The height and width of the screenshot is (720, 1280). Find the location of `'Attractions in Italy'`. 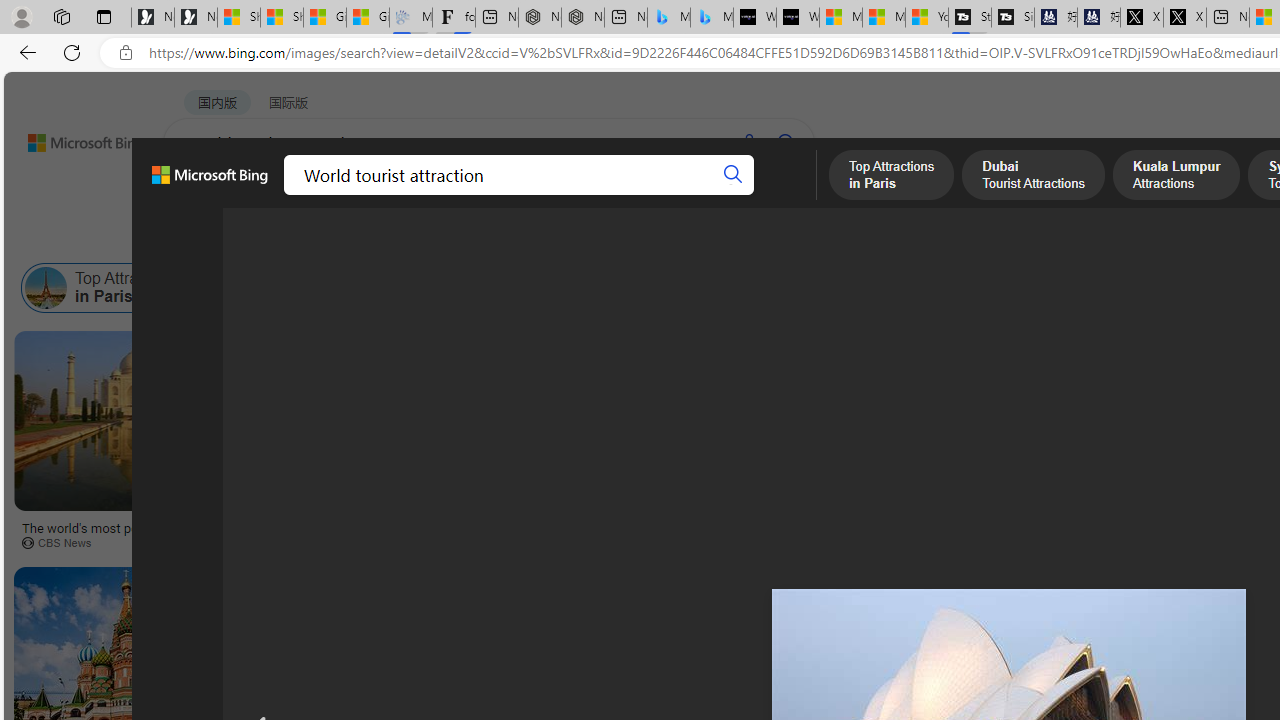

'Attractions in Italy' is located at coordinates (1039, 288).